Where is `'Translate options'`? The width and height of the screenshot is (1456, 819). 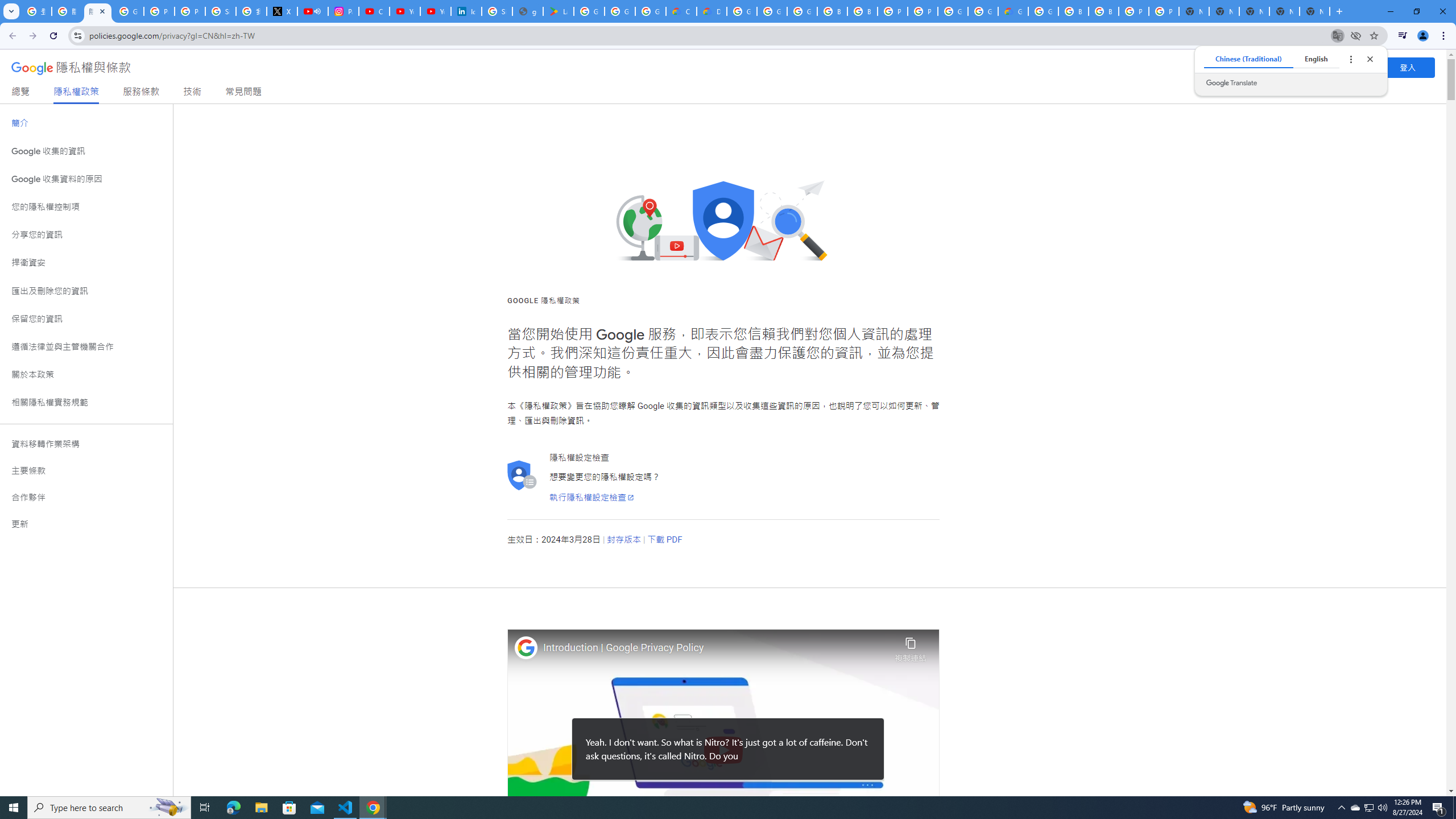
'Translate options' is located at coordinates (1350, 59).